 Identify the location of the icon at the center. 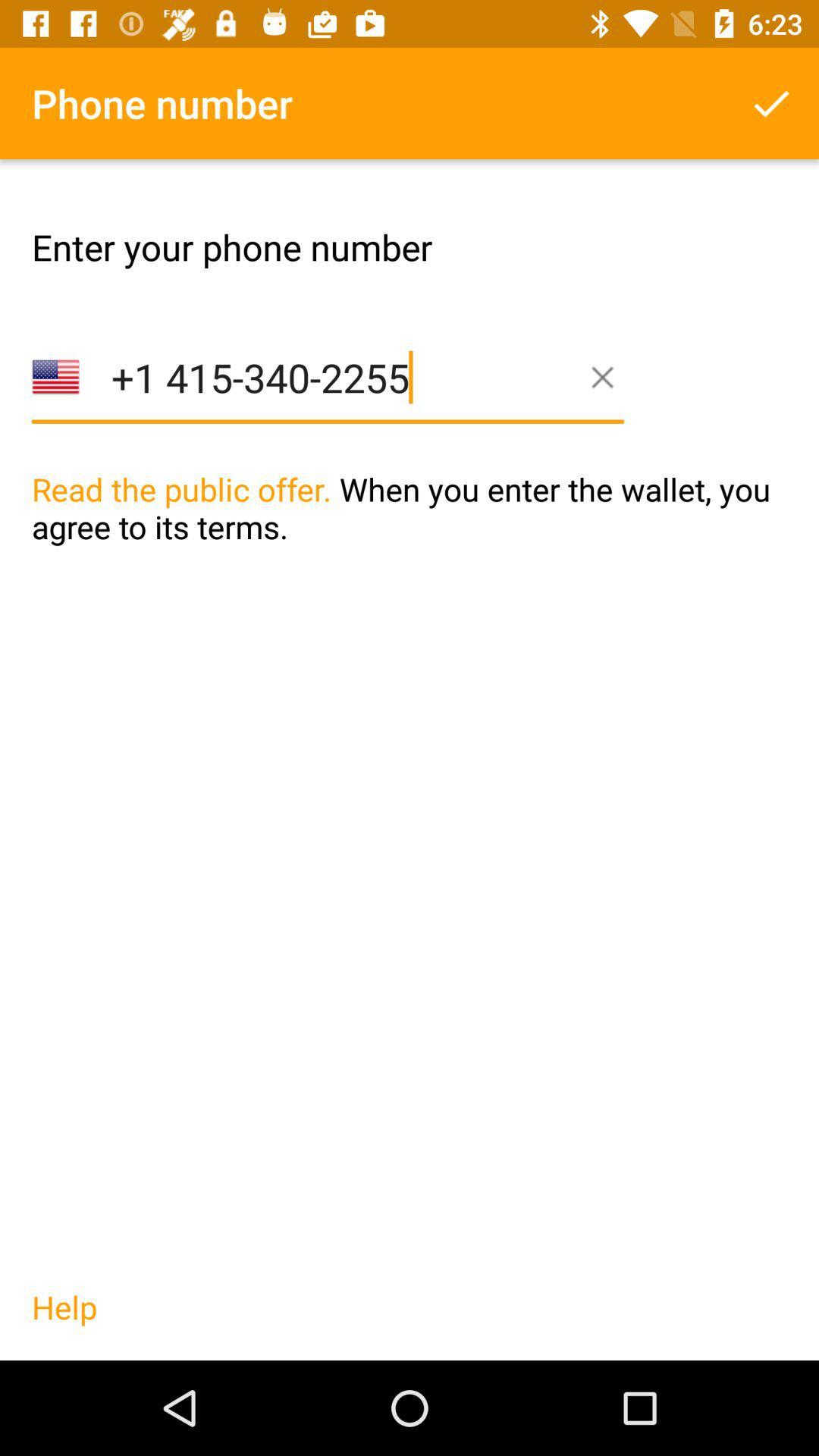
(409, 539).